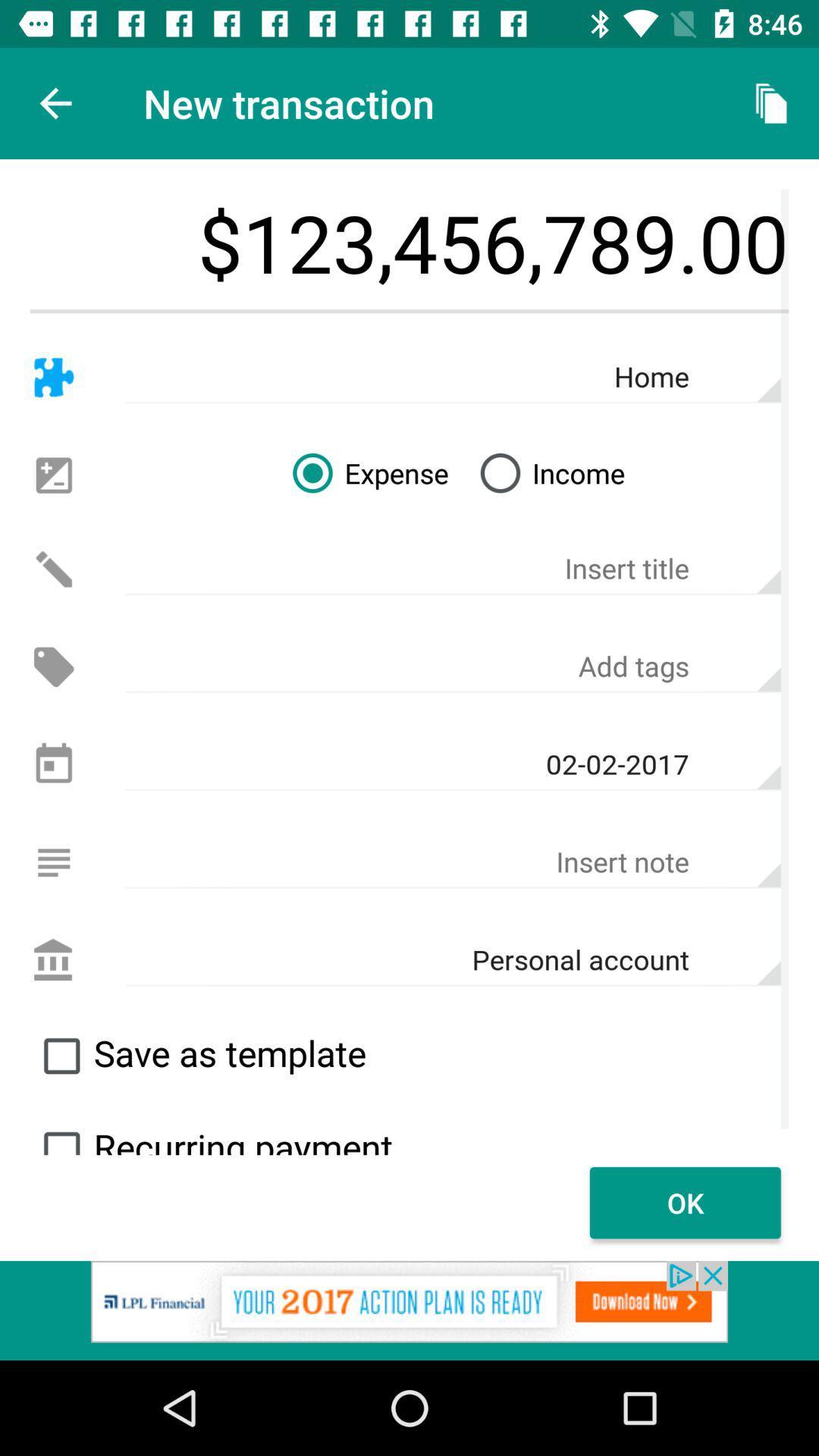  I want to click on the personal account, so click(53, 959).